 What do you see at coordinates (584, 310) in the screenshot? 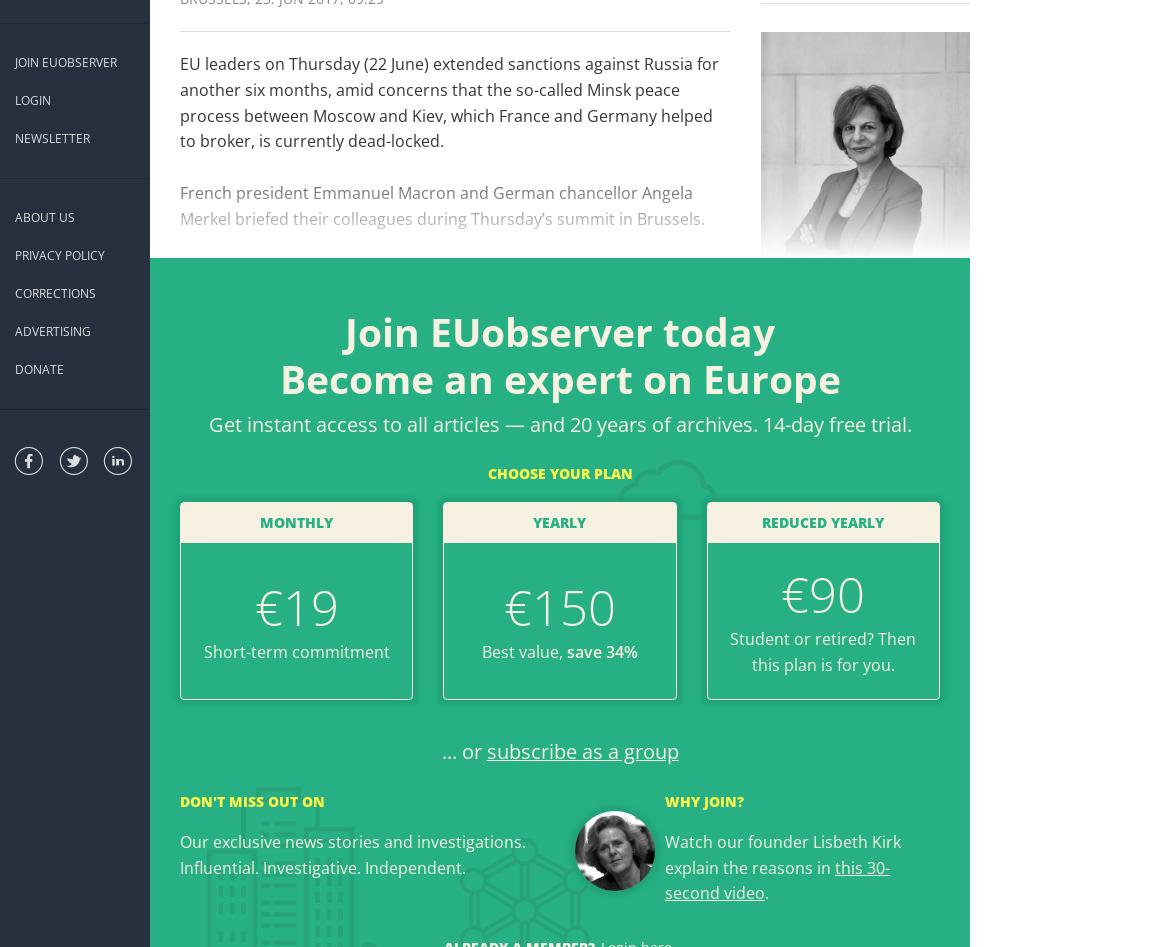
I see `'WhatsApp'` at bounding box center [584, 310].